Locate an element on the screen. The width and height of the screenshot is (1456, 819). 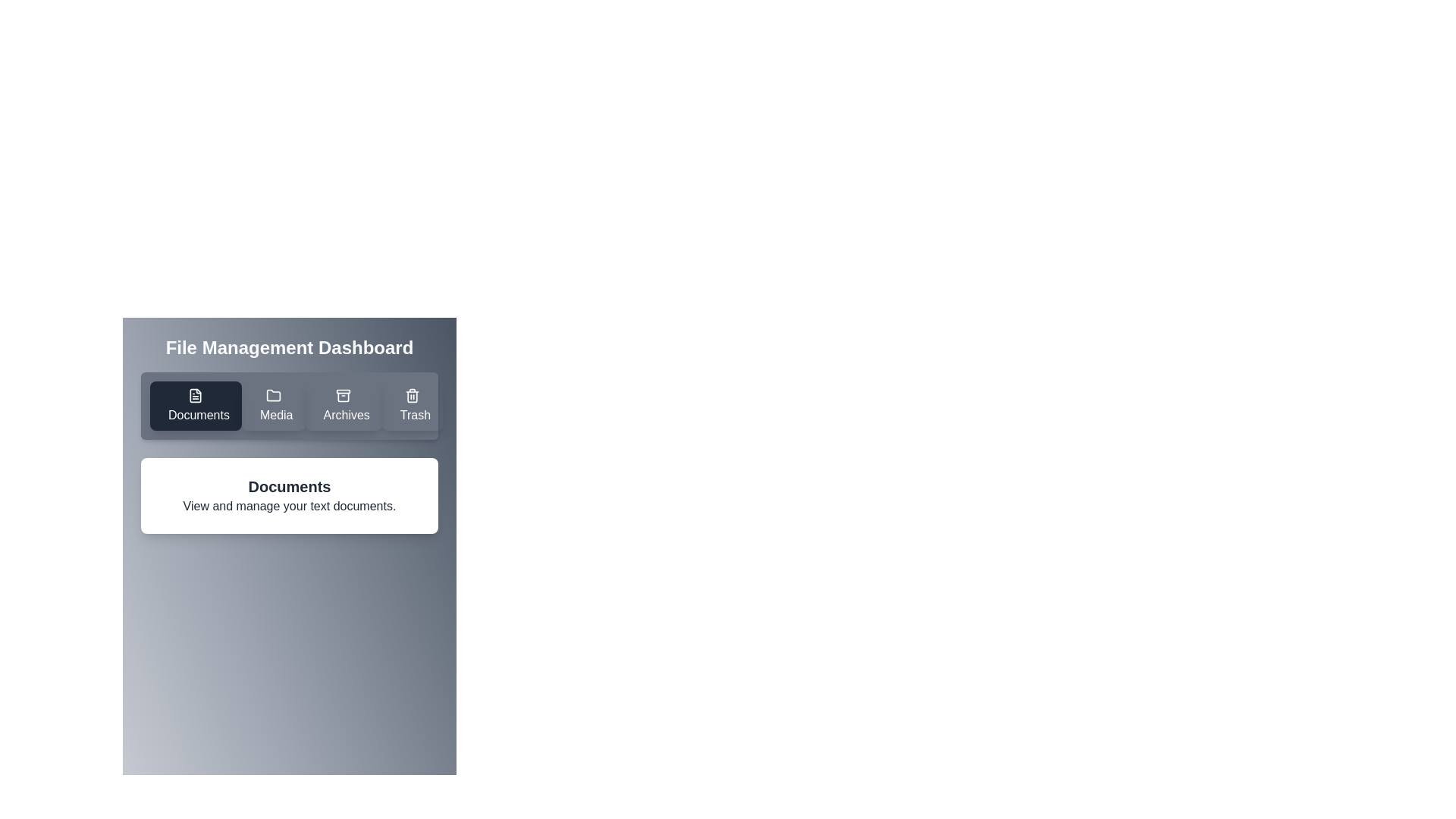
the 'Documents' tab to refresh its content is located at coordinates (195, 405).